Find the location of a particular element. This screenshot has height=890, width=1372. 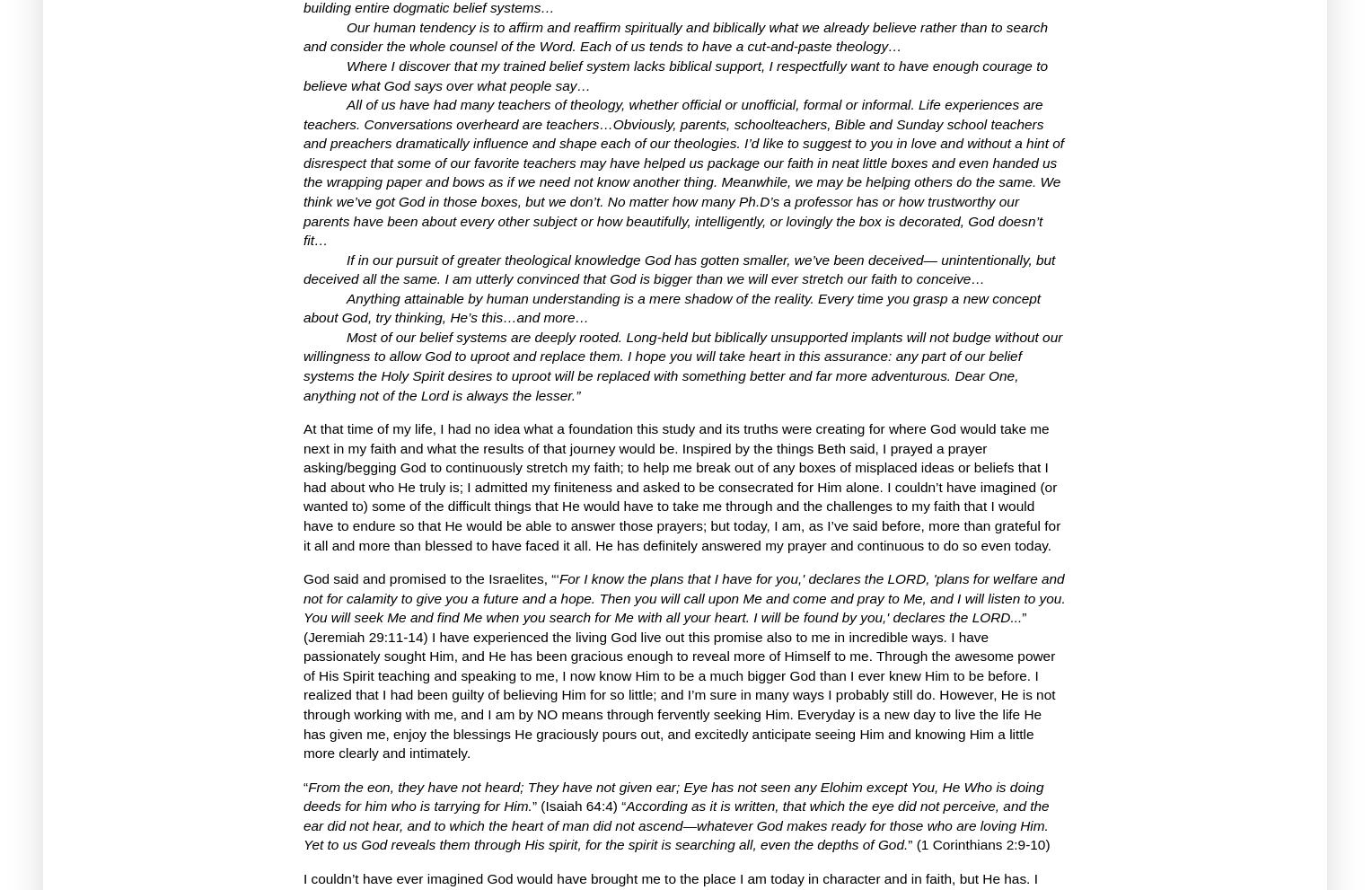

'Conversations overheard are teachers…Obviously, parents, schoolteachers, Bible and Sunday school teachers and preachers dramatically influence and shape each of our theologies.' is located at coordinates (672, 133).